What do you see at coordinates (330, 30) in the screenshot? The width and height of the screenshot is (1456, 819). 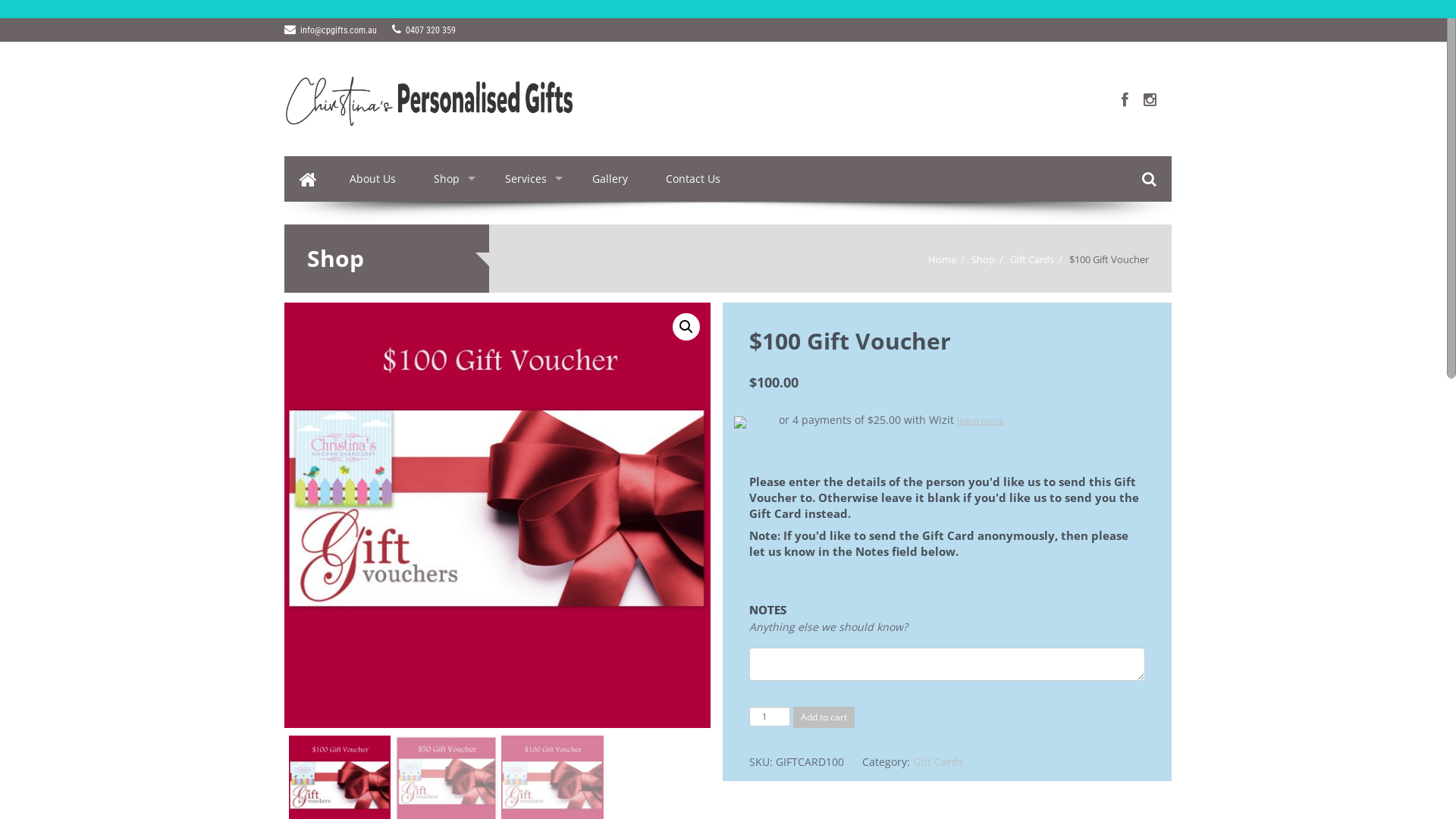 I see `'  info@cpgifts.com.au'` at bounding box center [330, 30].